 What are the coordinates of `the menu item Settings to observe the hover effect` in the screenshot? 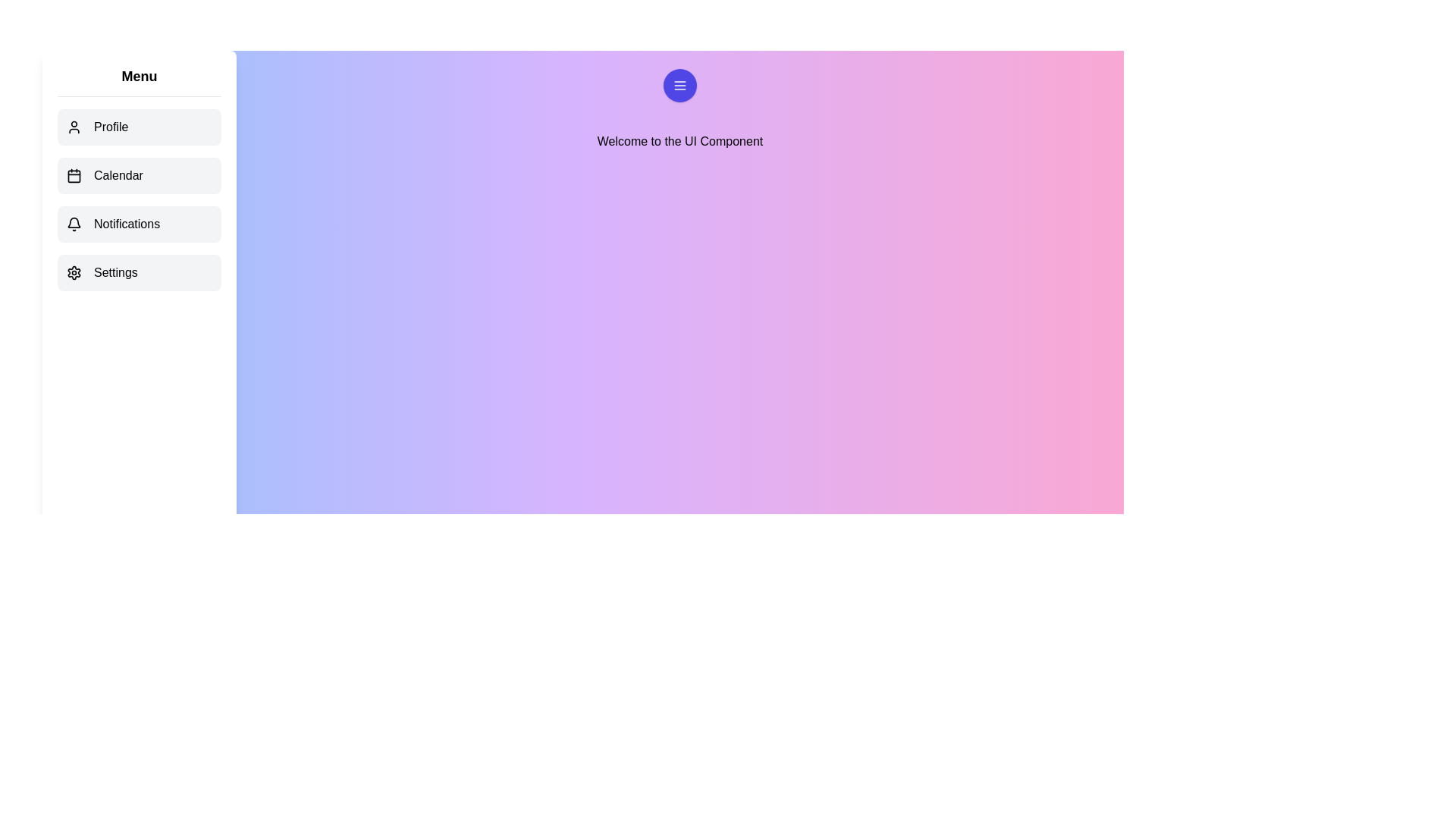 It's located at (139, 271).